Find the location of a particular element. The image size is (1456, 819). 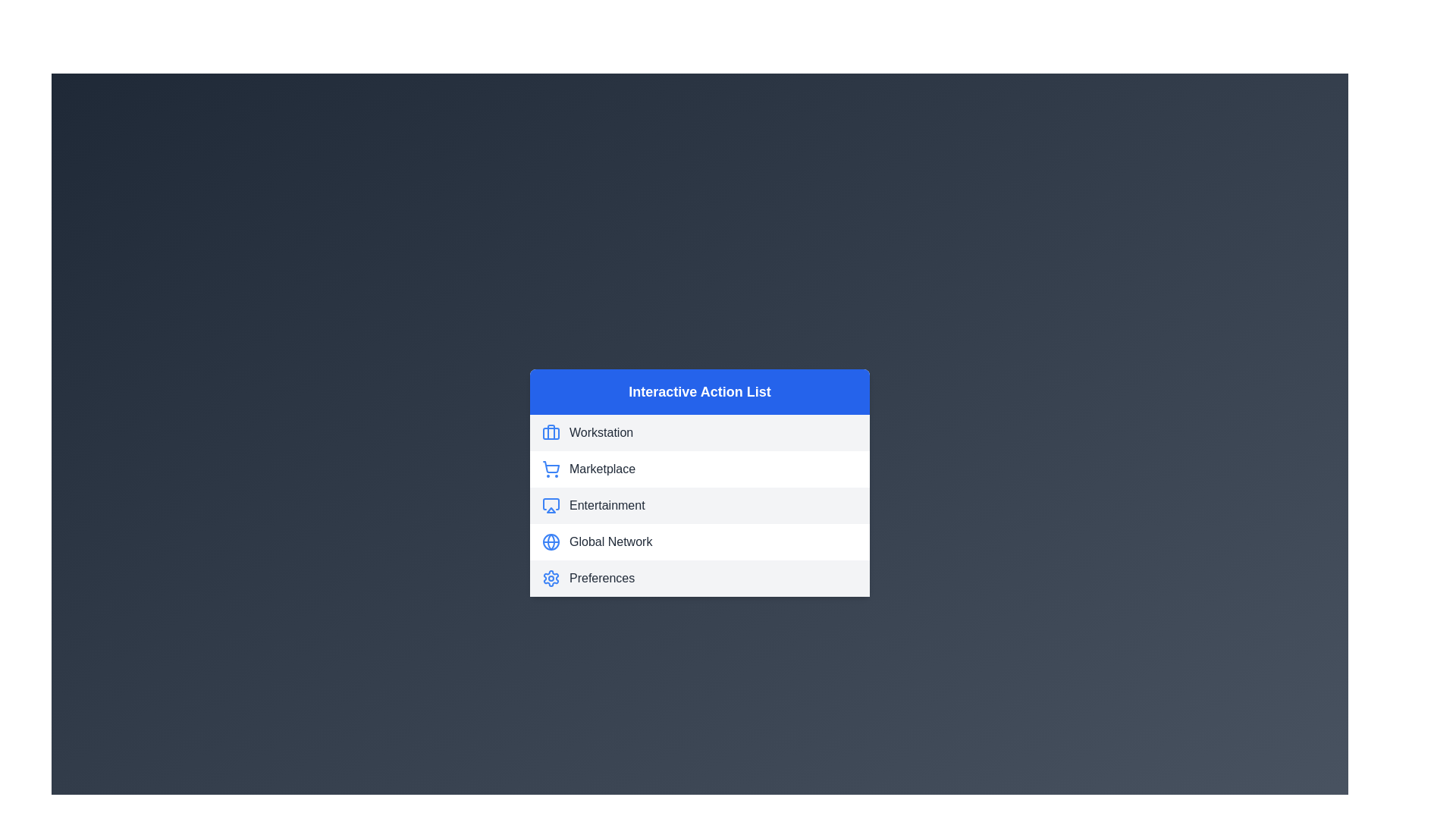

the 'Marketplace' icon in the 'Interactive Action List' interface, which is the second icon in sequence next to its text label is located at coordinates (551, 466).